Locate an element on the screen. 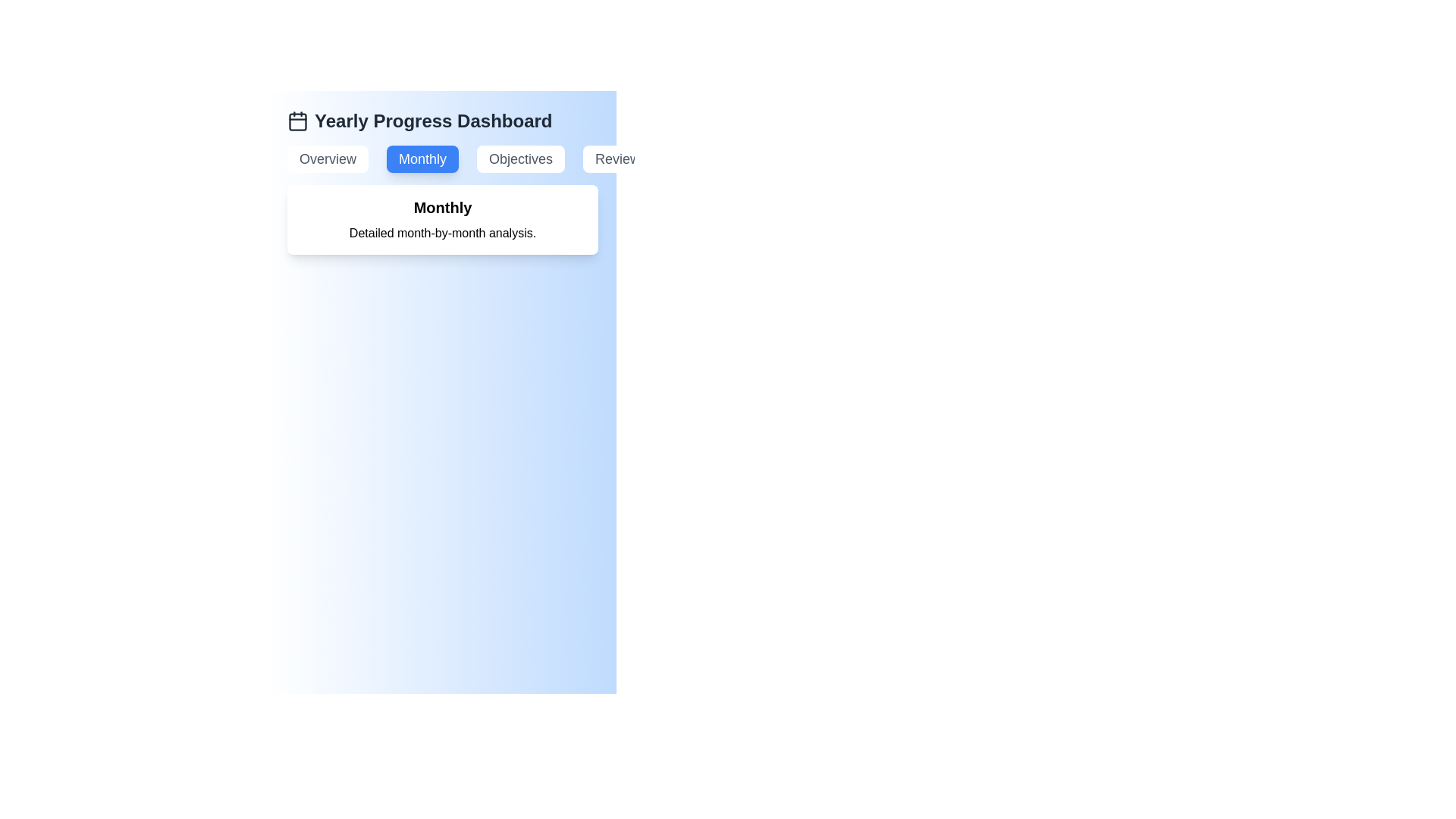 This screenshot has height=819, width=1456. the calendar icon to open the calendar view is located at coordinates (298, 120).